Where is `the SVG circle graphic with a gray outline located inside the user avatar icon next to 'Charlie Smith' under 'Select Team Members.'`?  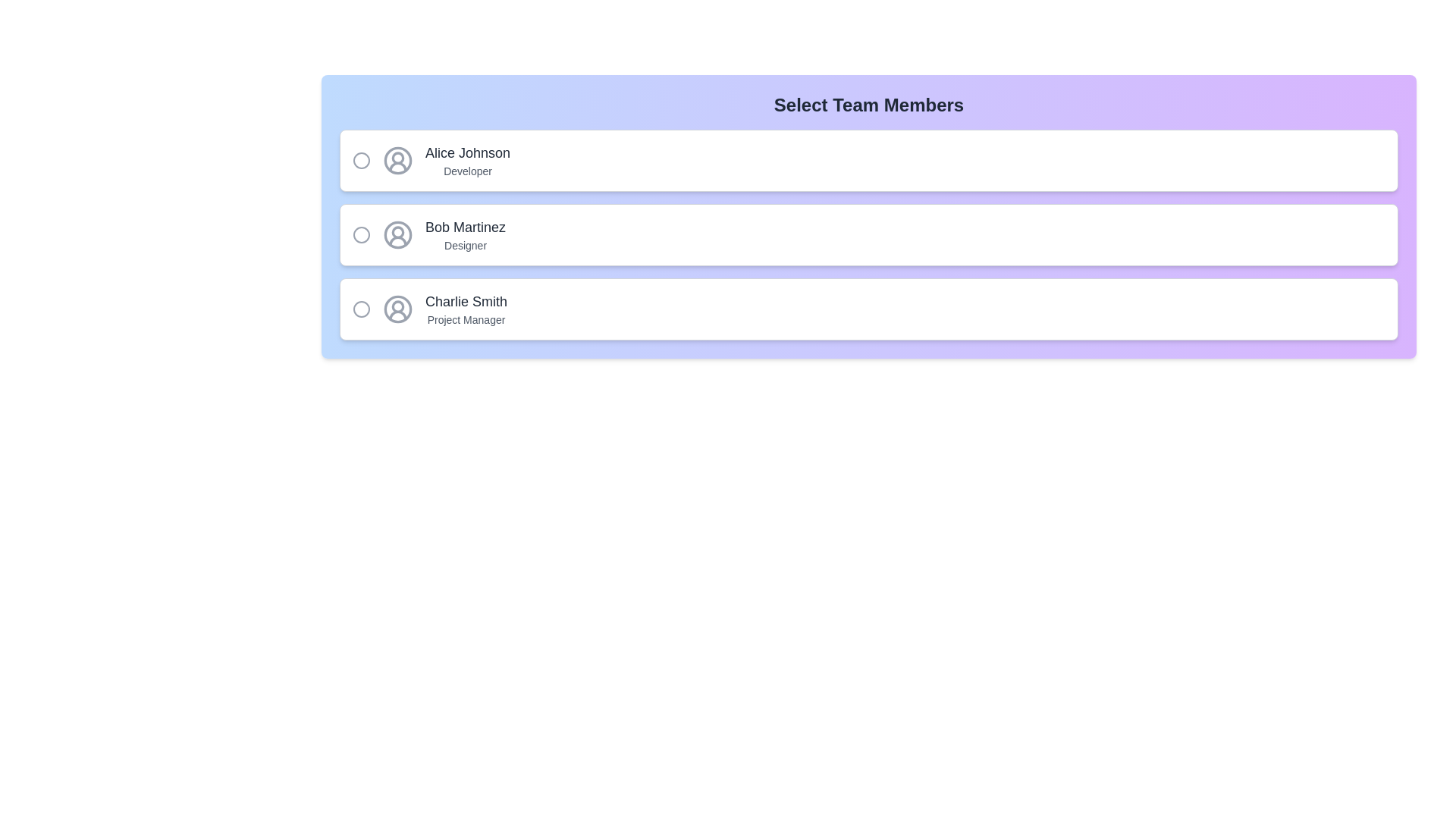
the SVG circle graphic with a gray outline located inside the user avatar icon next to 'Charlie Smith' under 'Select Team Members.' is located at coordinates (397, 309).